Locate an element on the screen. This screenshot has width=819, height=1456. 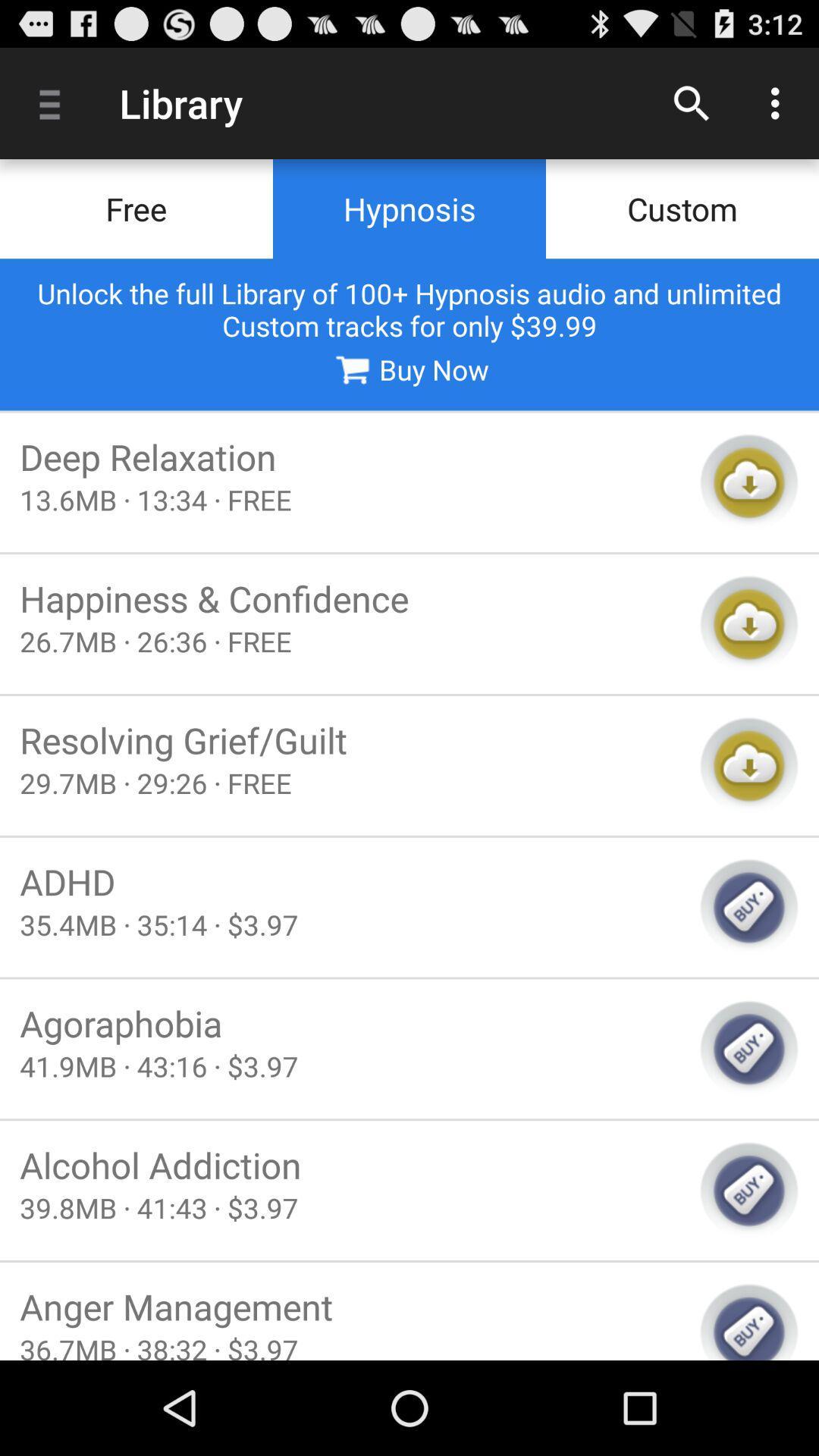
buy now icon is located at coordinates (408, 369).